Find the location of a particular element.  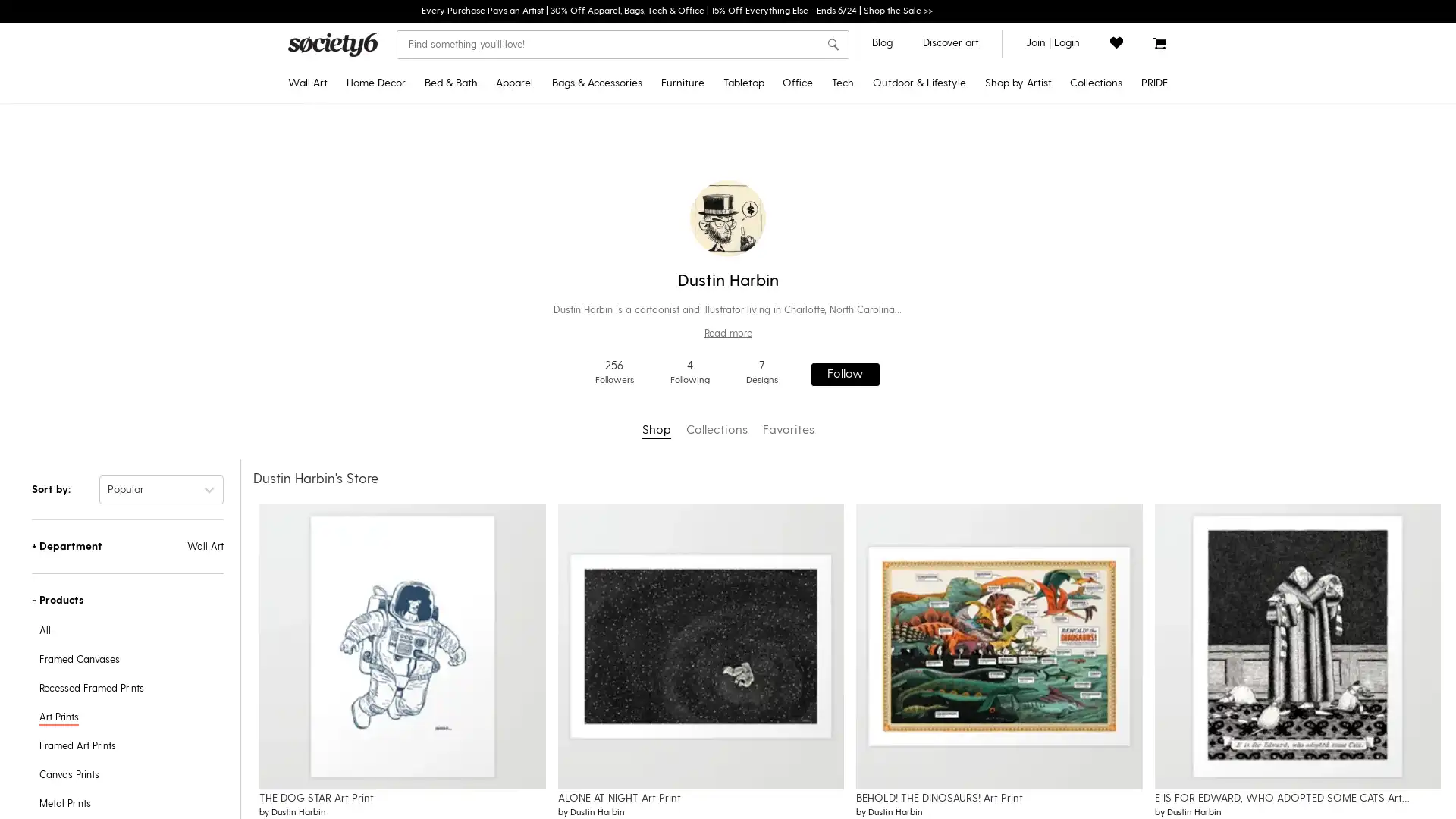

Tapestries is located at coordinates (404, 121).